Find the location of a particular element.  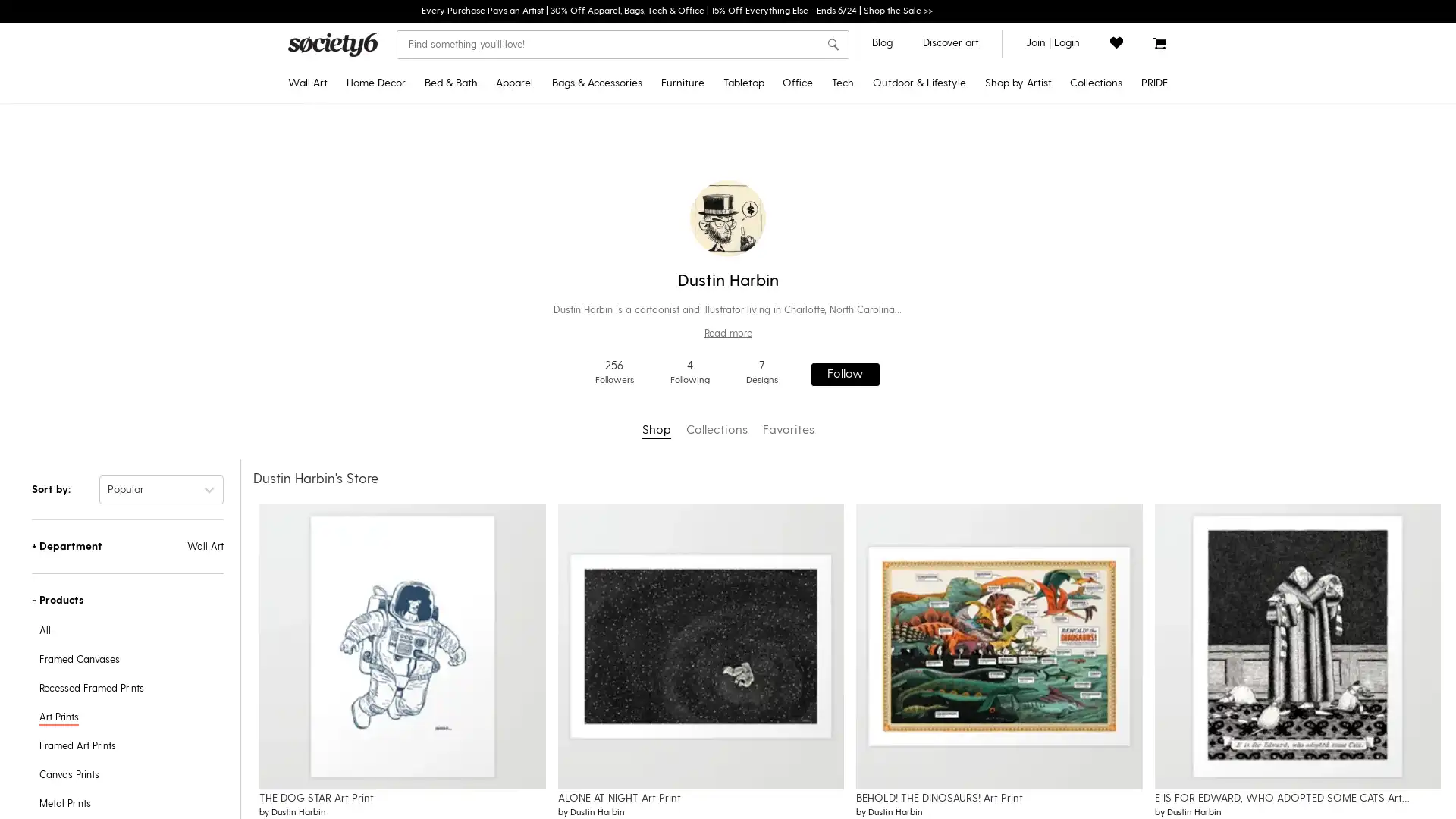

Tapestries is located at coordinates (404, 121).